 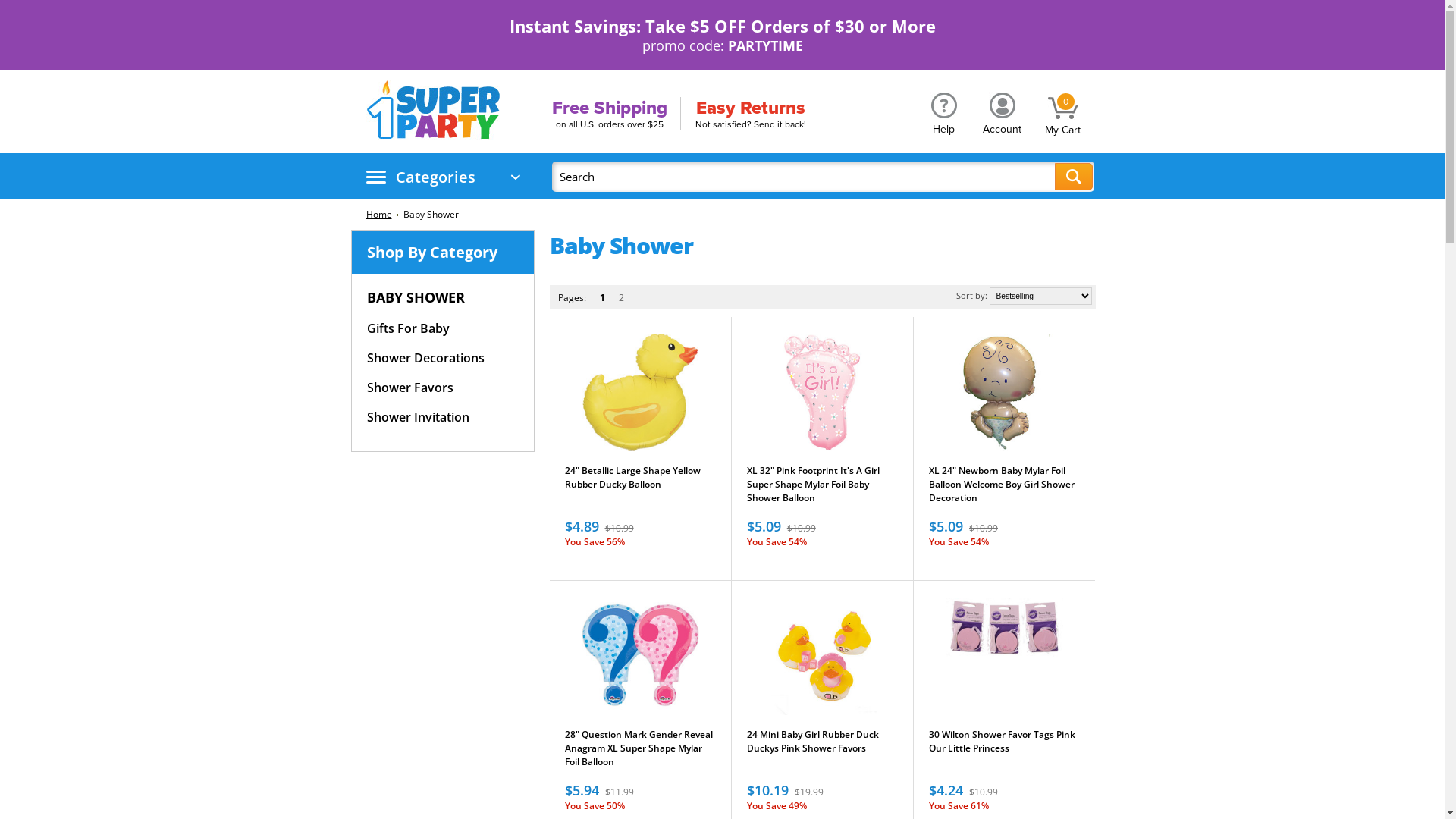 What do you see at coordinates (410, 387) in the screenshot?
I see `'Shower Favors'` at bounding box center [410, 387].